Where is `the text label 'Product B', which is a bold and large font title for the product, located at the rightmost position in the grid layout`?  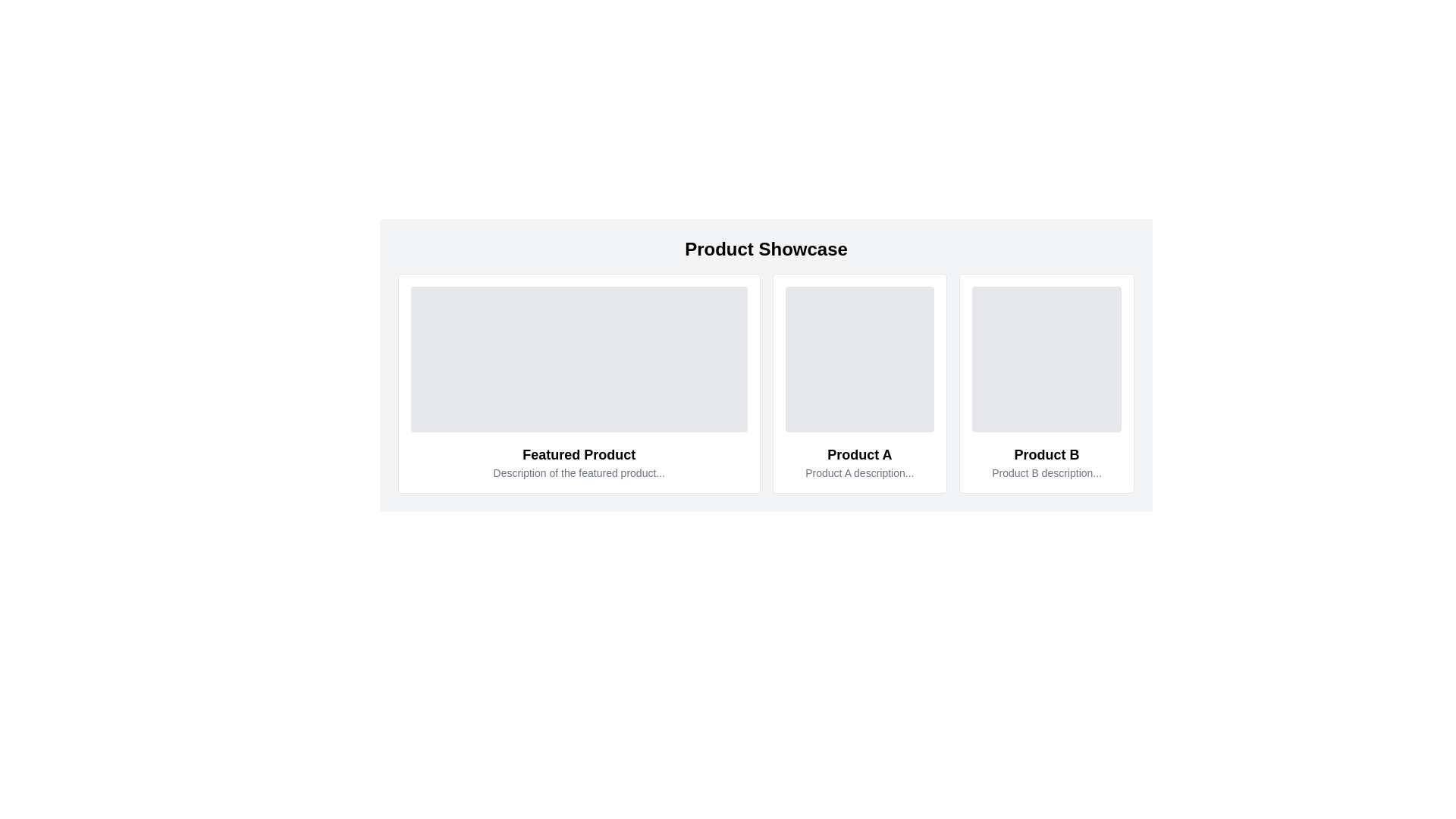
the text label 'Product B', which is a bold and large font title for the product, located at the rightmost position in the grid layout is located at coordinates (1046, 454).